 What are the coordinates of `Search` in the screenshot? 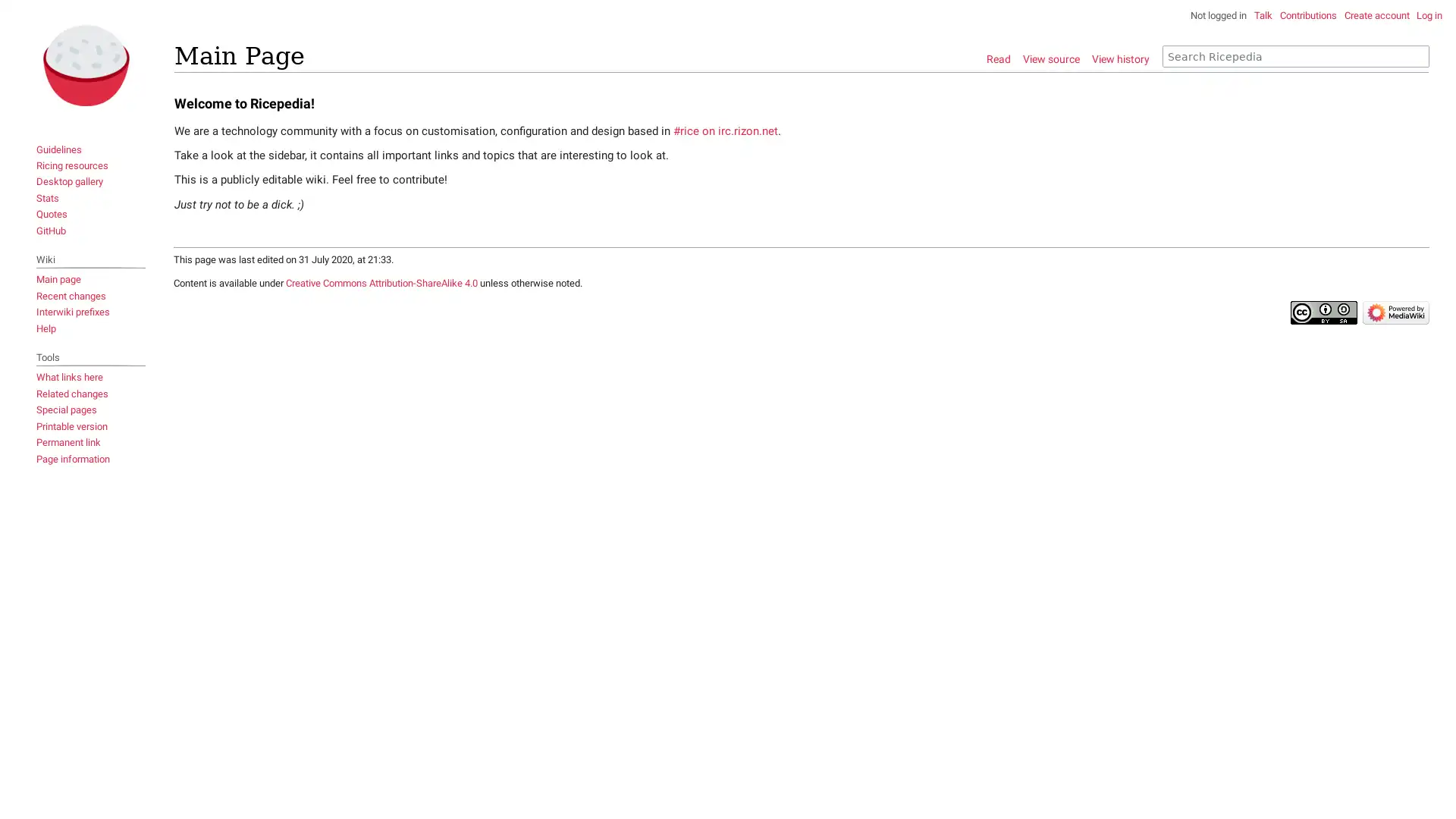 It's located at (1417, 55).